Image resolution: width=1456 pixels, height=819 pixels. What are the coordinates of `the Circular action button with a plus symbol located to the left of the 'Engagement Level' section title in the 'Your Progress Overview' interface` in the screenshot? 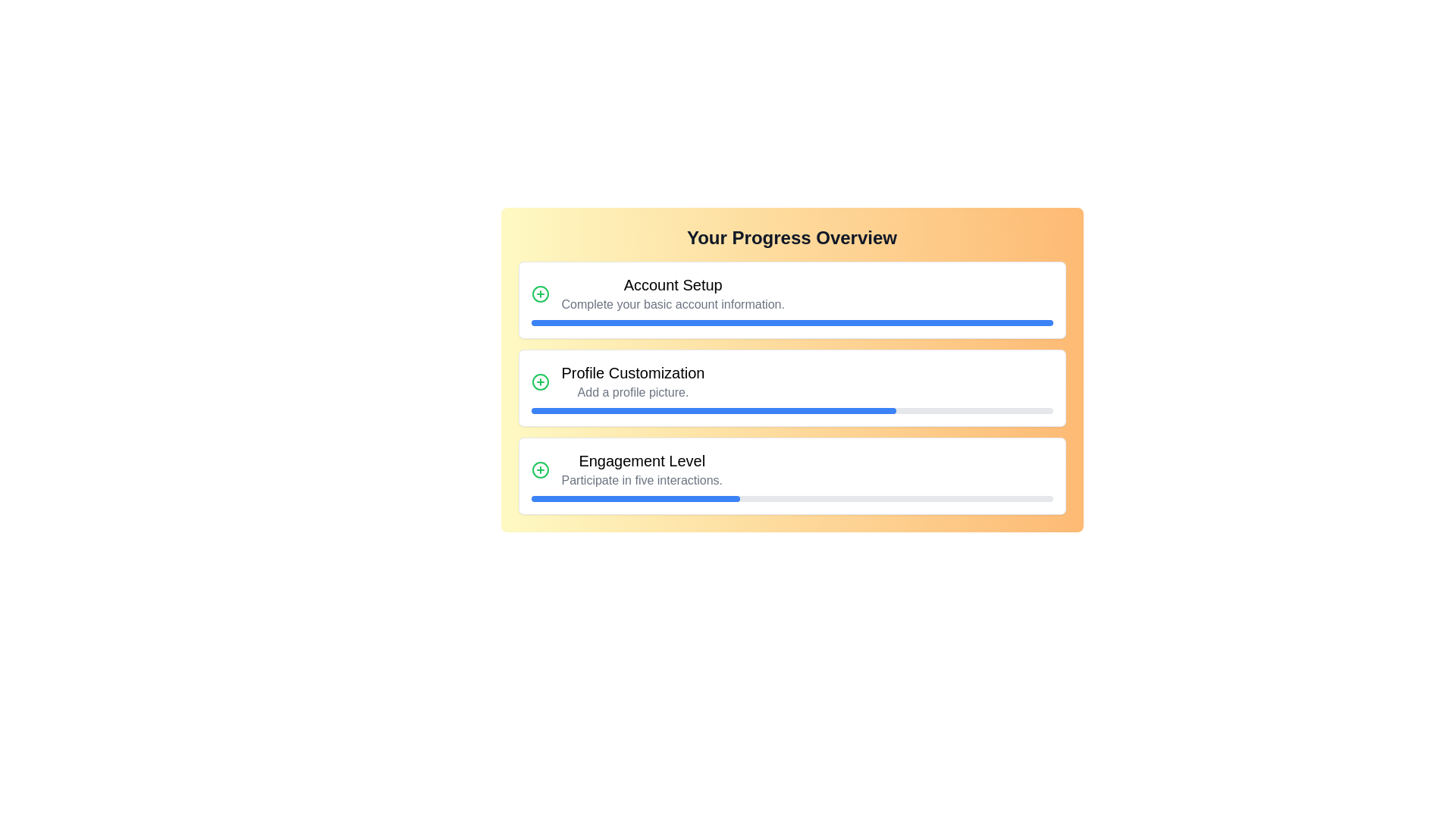 It's located at (540, 469).